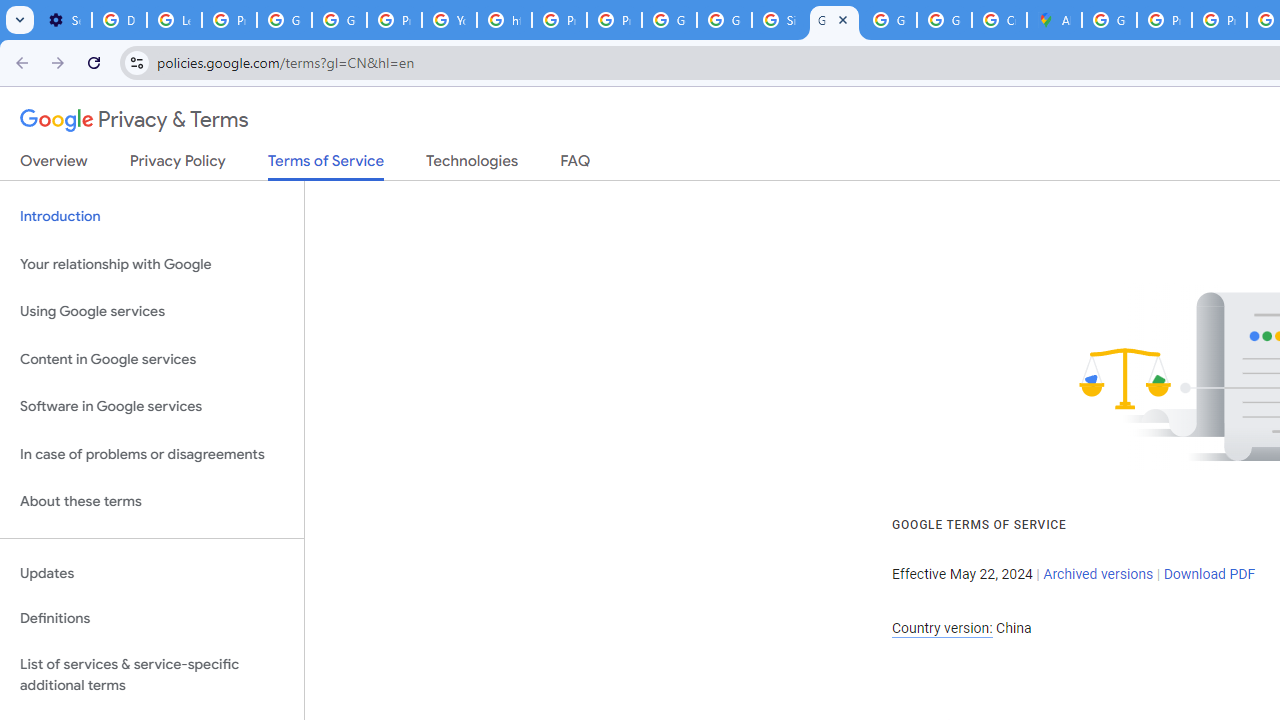 Image resolution: width=1280 pixels, height=720 pixels. Describe the element at coordinates (151, 501) in the screenshot. I see `'About these terms'` at that location.